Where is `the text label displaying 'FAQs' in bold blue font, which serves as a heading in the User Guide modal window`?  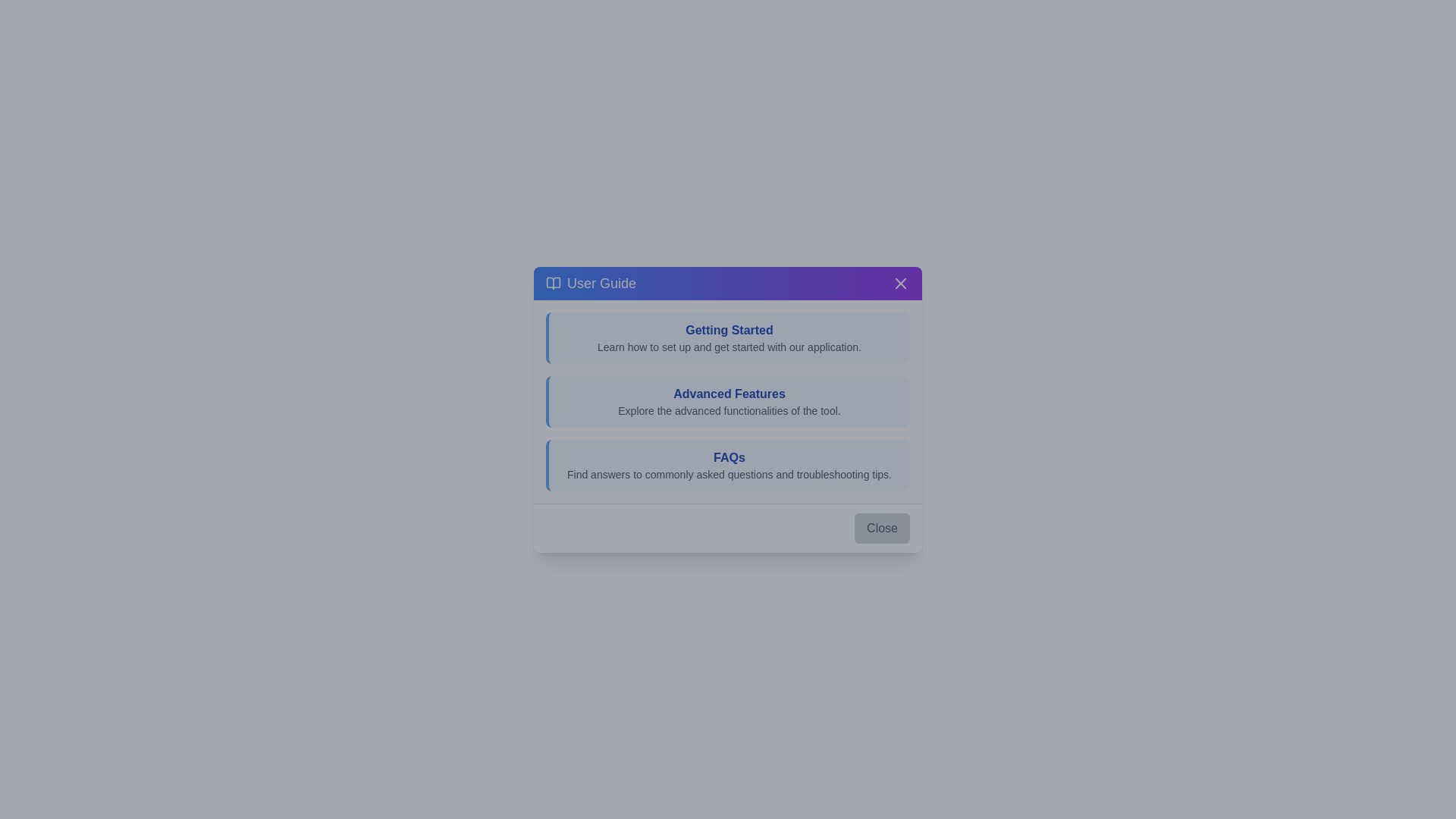 the text label displaying 'FAQs' in bold blue font, which serves as a heading in the User Guide modal window is located at coordinates (729, 457).